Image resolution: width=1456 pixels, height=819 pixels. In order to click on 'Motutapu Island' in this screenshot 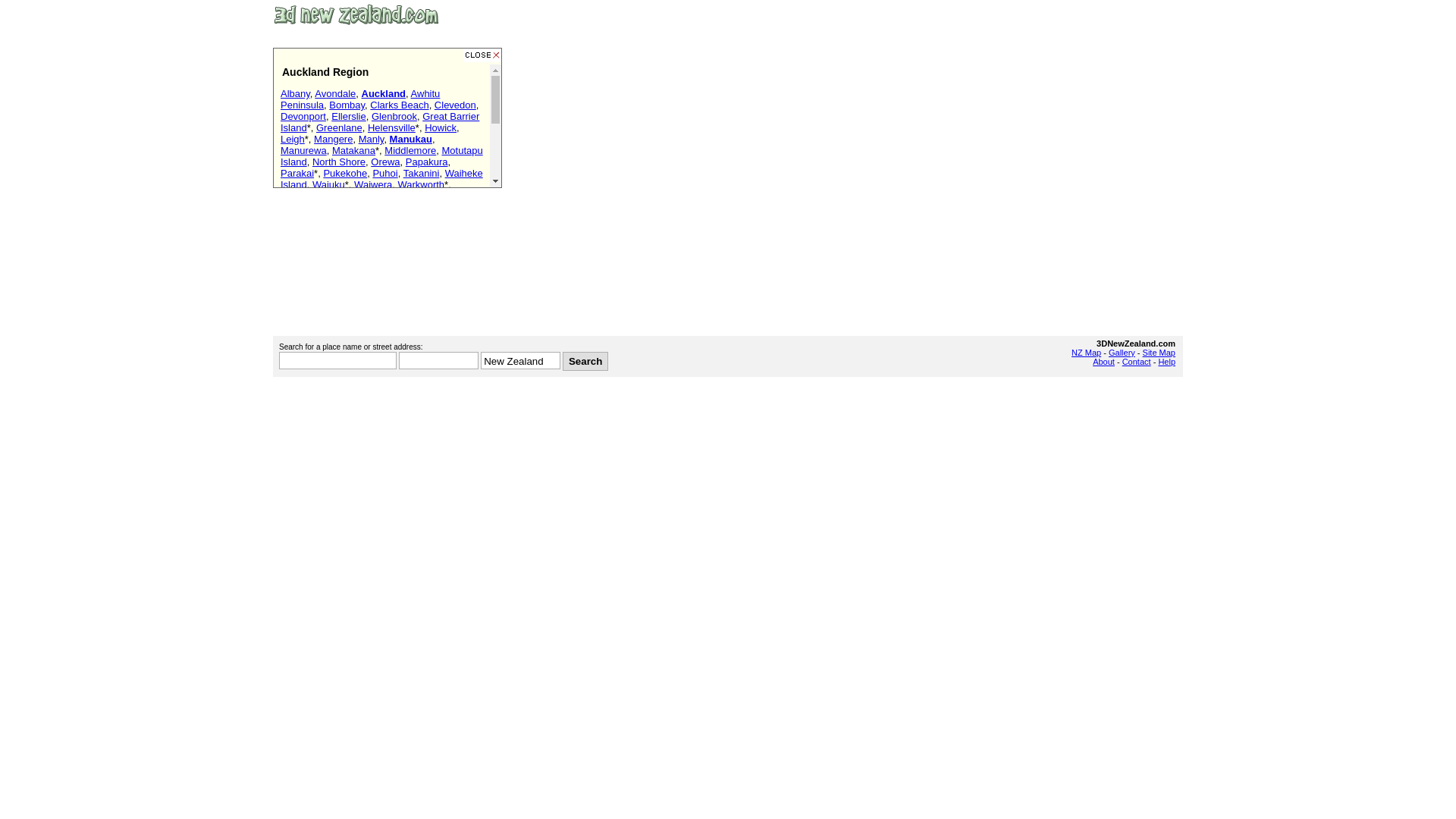, I will do `click(381, 155)`.